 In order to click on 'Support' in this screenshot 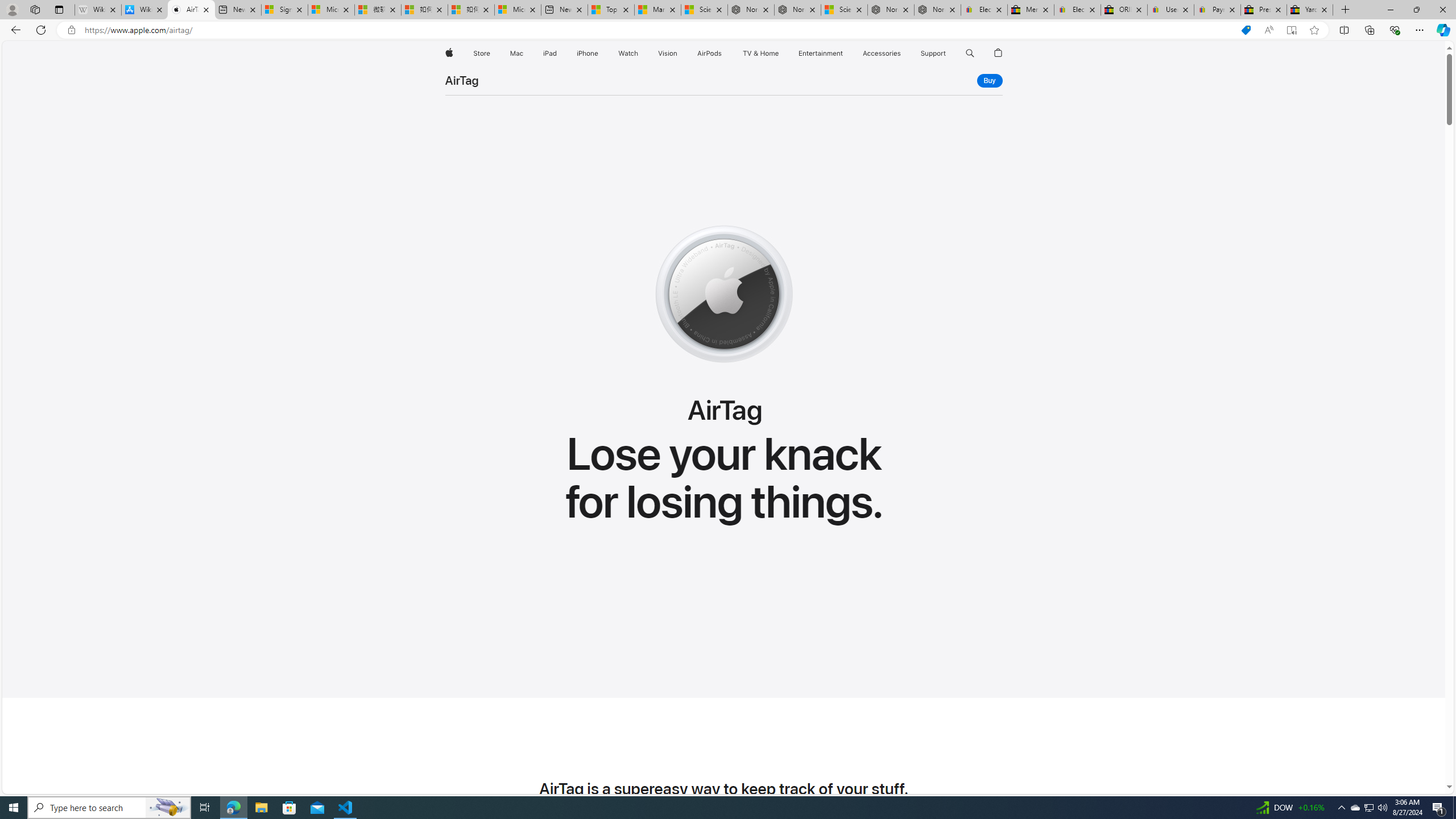, I will do `click(932, 53)`.